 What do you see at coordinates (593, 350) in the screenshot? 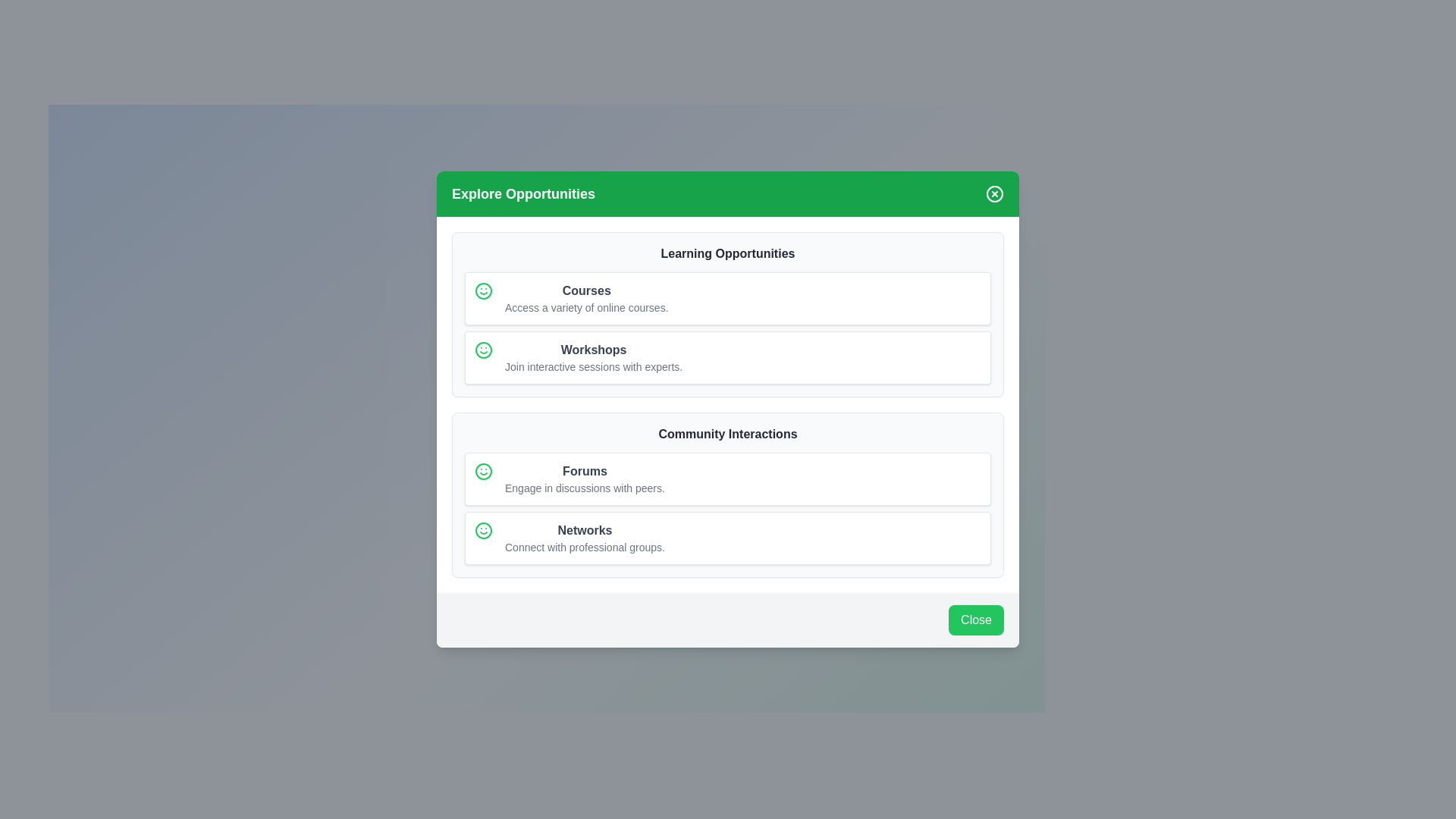
I see `the bold gray text label reading 'Workshops', which is centrally aligned and positioned above a descriptive line within the 'Learning Opportunities' card` at bounding box center [593, 350].